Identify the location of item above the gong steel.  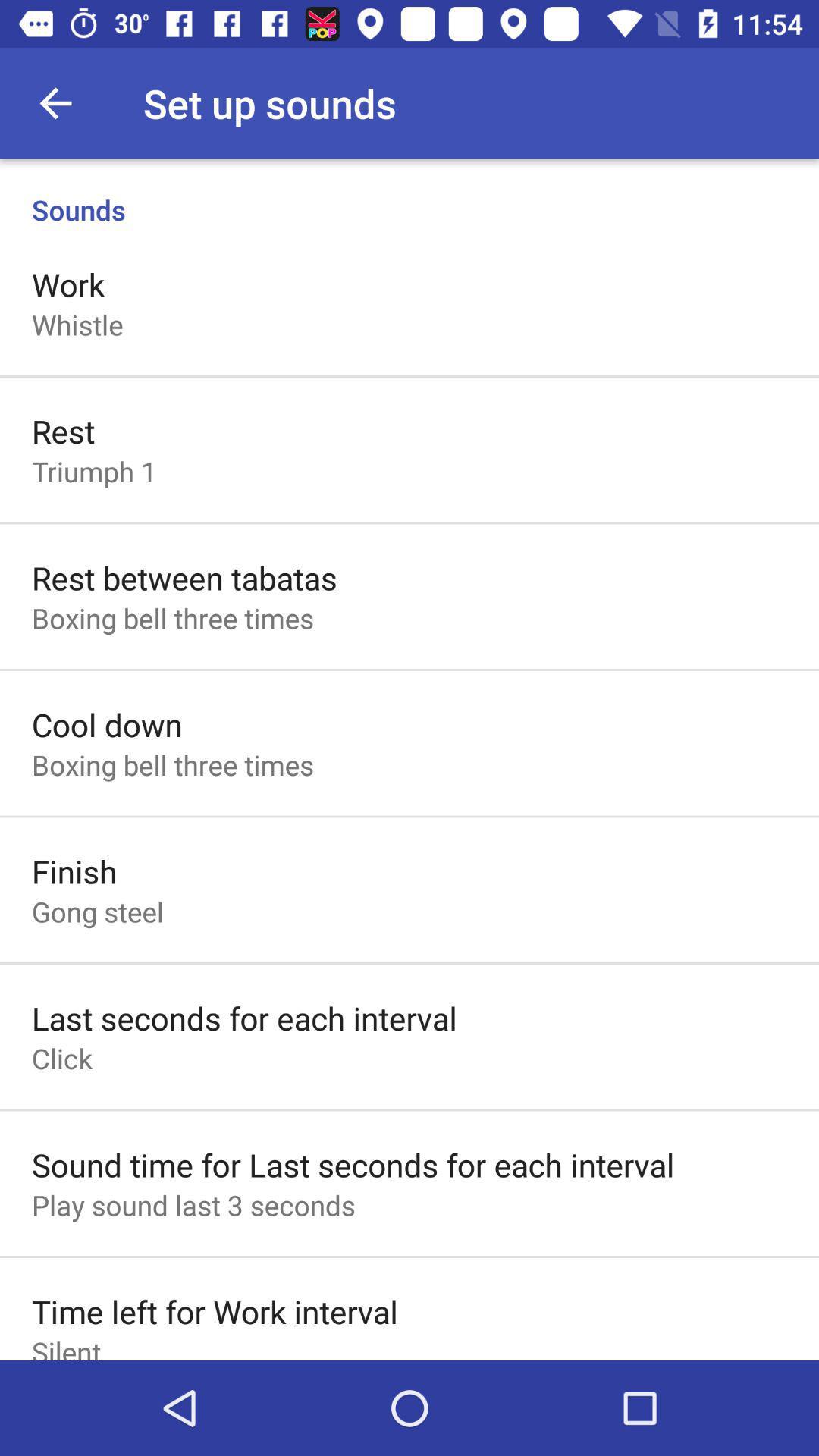
(74, 871).